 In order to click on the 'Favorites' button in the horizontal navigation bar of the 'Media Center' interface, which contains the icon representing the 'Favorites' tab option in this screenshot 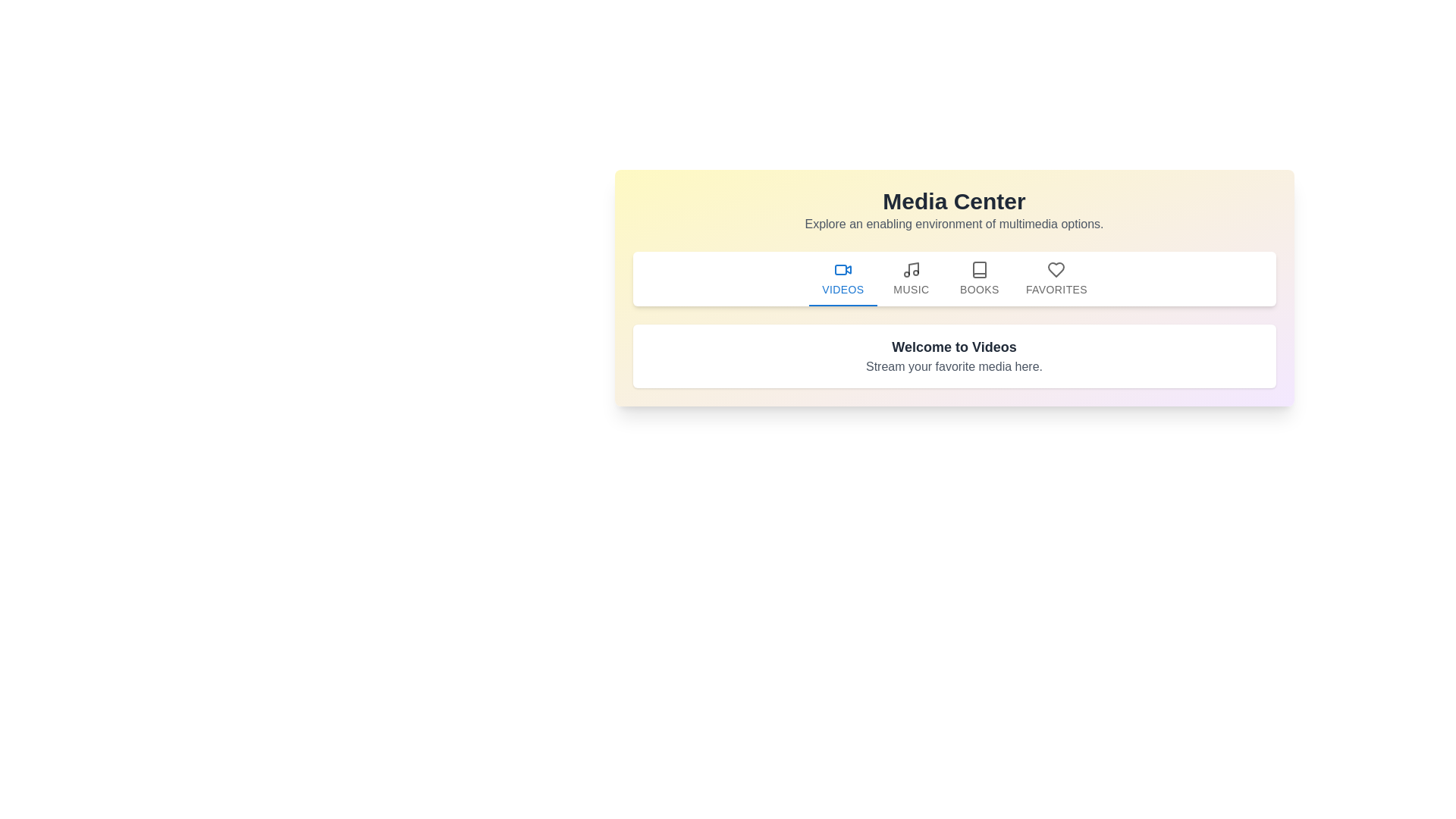, I will do `click(1056, 269)`.